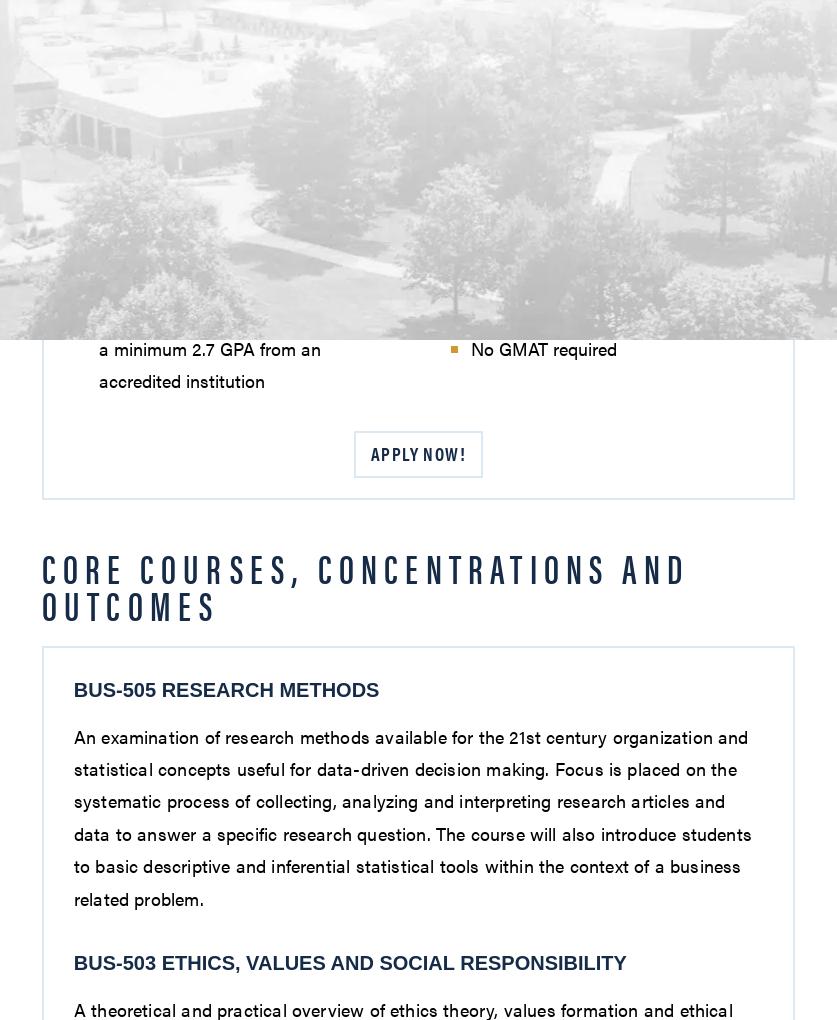 This screenshot has width=837, height=1020. What do you see at coordinates (541, 347) in the screenshot?
I see `'No GMAT required'` at bounding box center [541, 347].